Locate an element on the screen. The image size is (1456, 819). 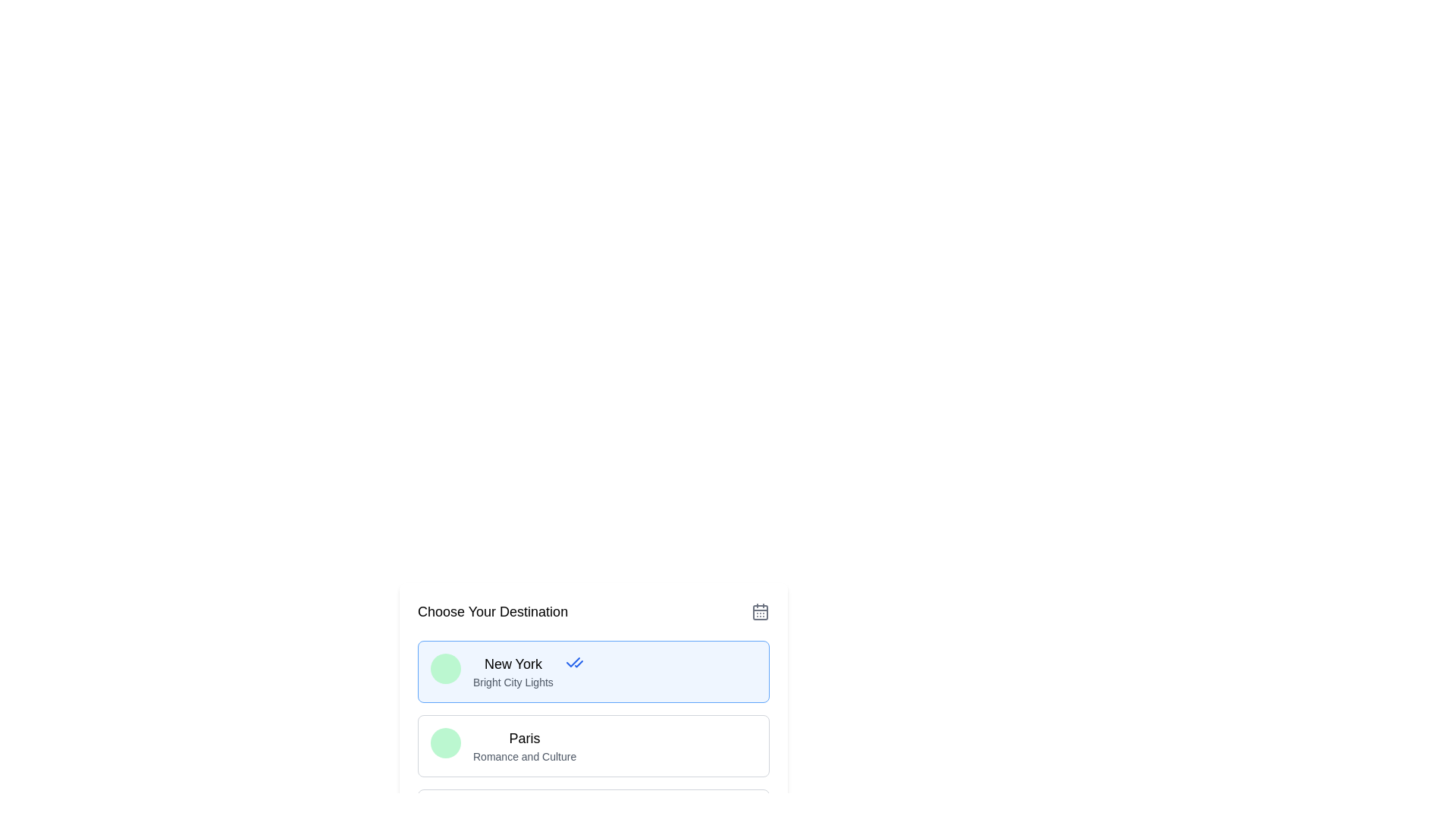
text displayed in the text section of the second destination card, which shows 'Paris' in bold and 'Romance and Culture' in a smaller font is located at coordinates (525, 745).